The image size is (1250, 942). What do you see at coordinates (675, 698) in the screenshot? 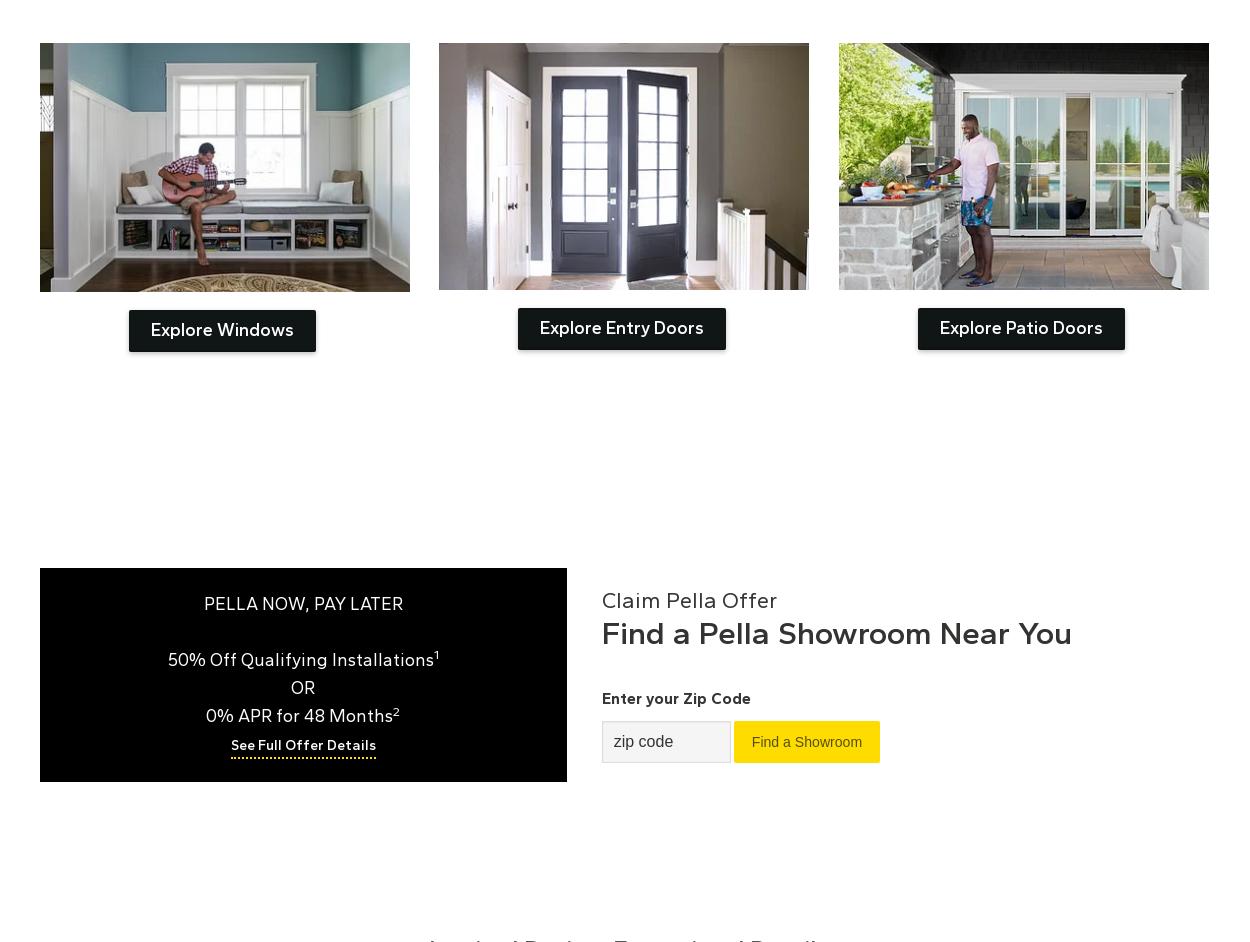
I see `'Enter your Zip Code'` at bounding box center [675, 698].